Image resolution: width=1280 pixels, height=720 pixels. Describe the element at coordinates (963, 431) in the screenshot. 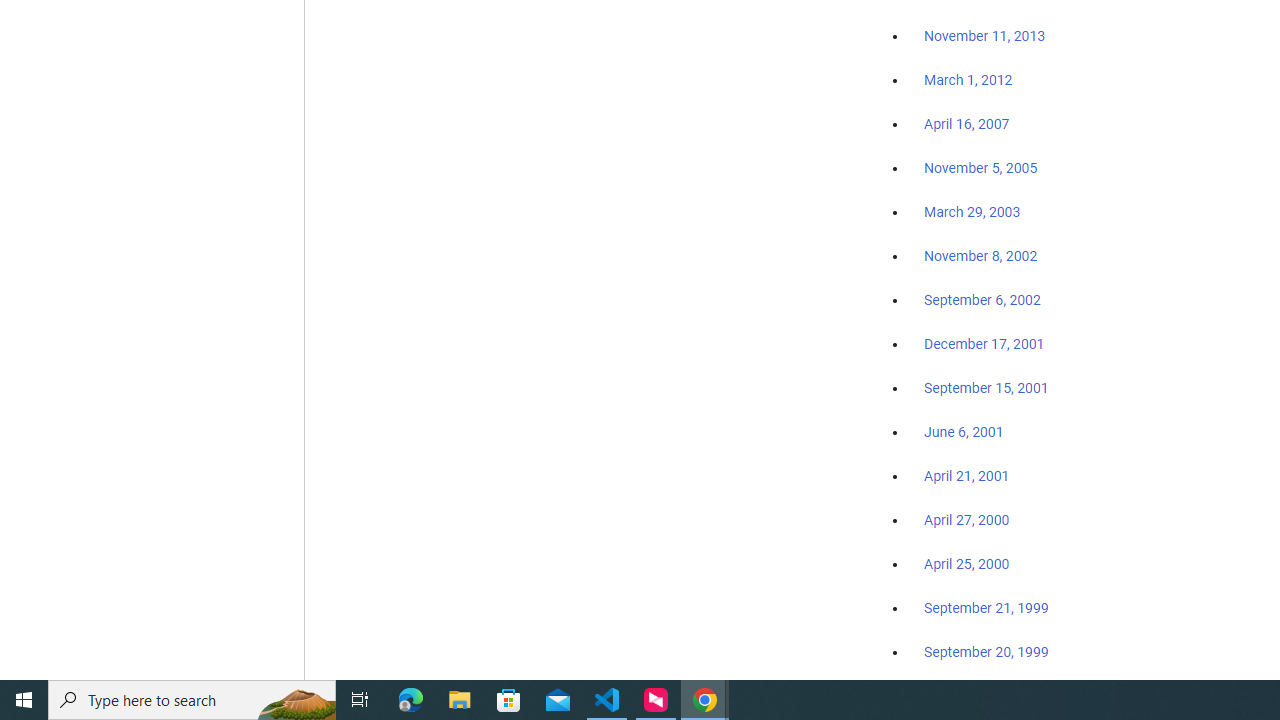

I see `'June 6, 2001'` at that location.